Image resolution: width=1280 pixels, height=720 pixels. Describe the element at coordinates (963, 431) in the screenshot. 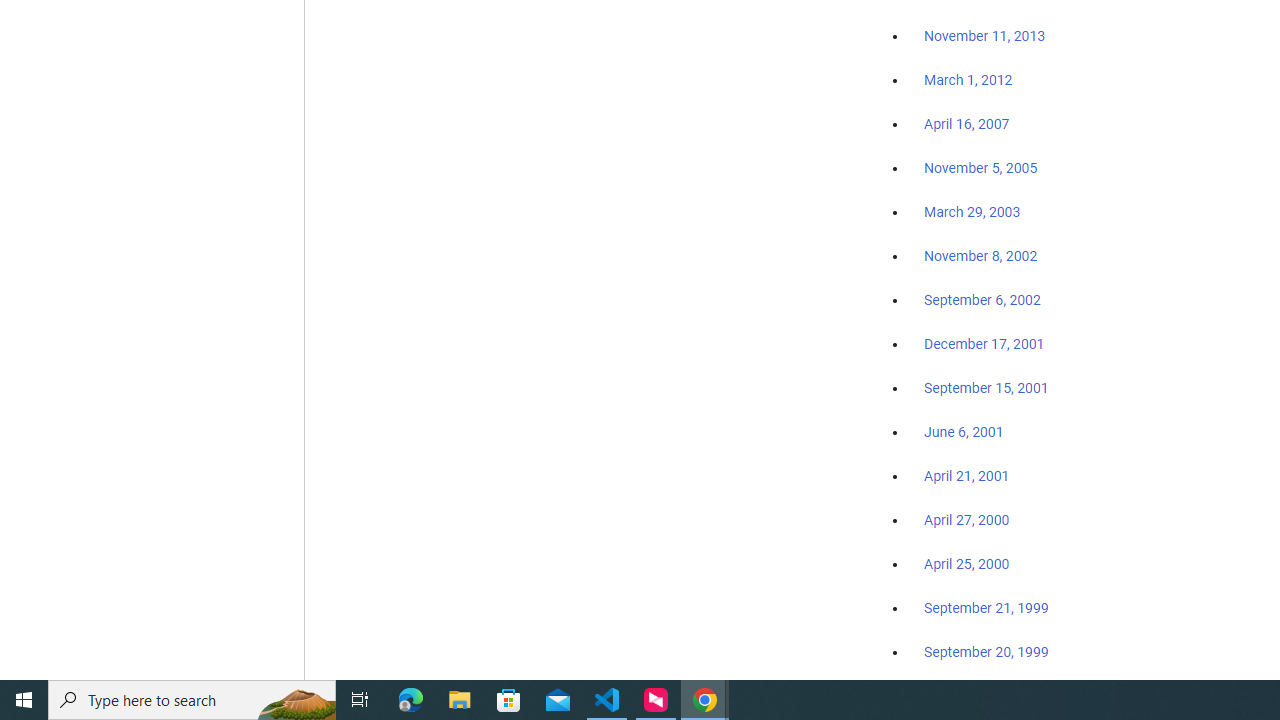

I see `'June 6, 2001'` at that location.